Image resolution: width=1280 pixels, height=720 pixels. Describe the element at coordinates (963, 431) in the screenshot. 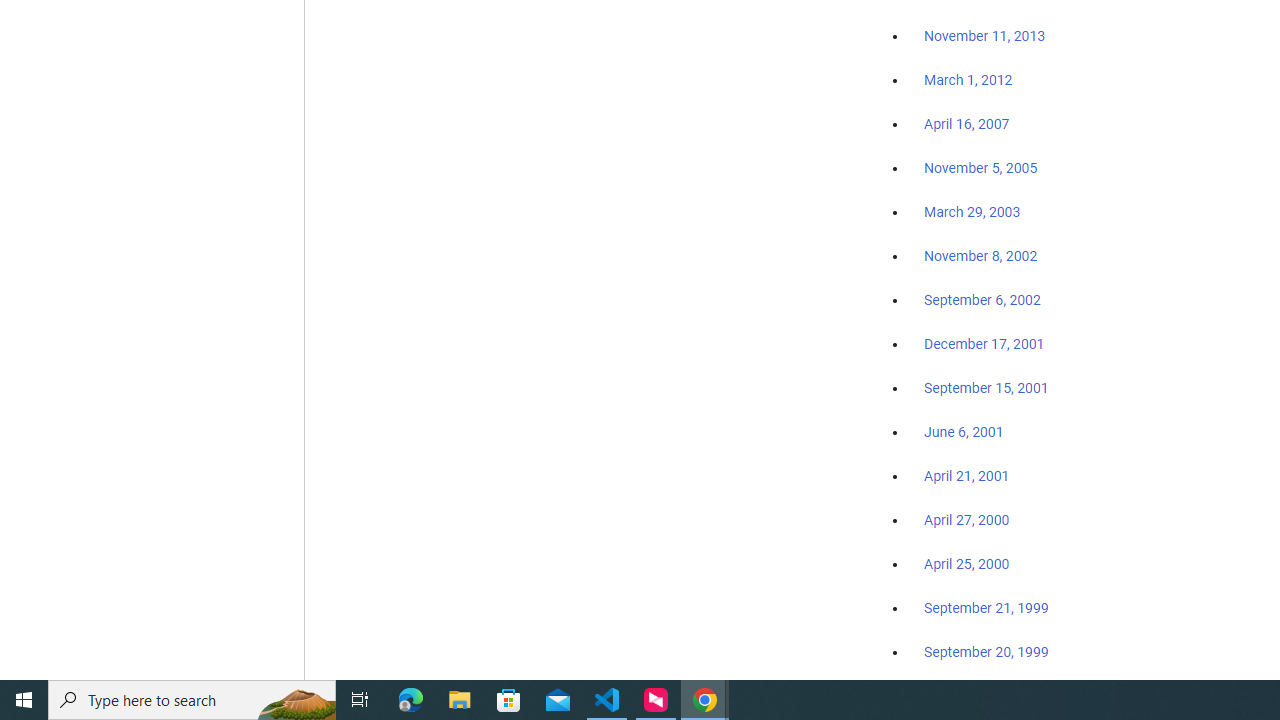

I see `'June 6, 2001'` at that location.